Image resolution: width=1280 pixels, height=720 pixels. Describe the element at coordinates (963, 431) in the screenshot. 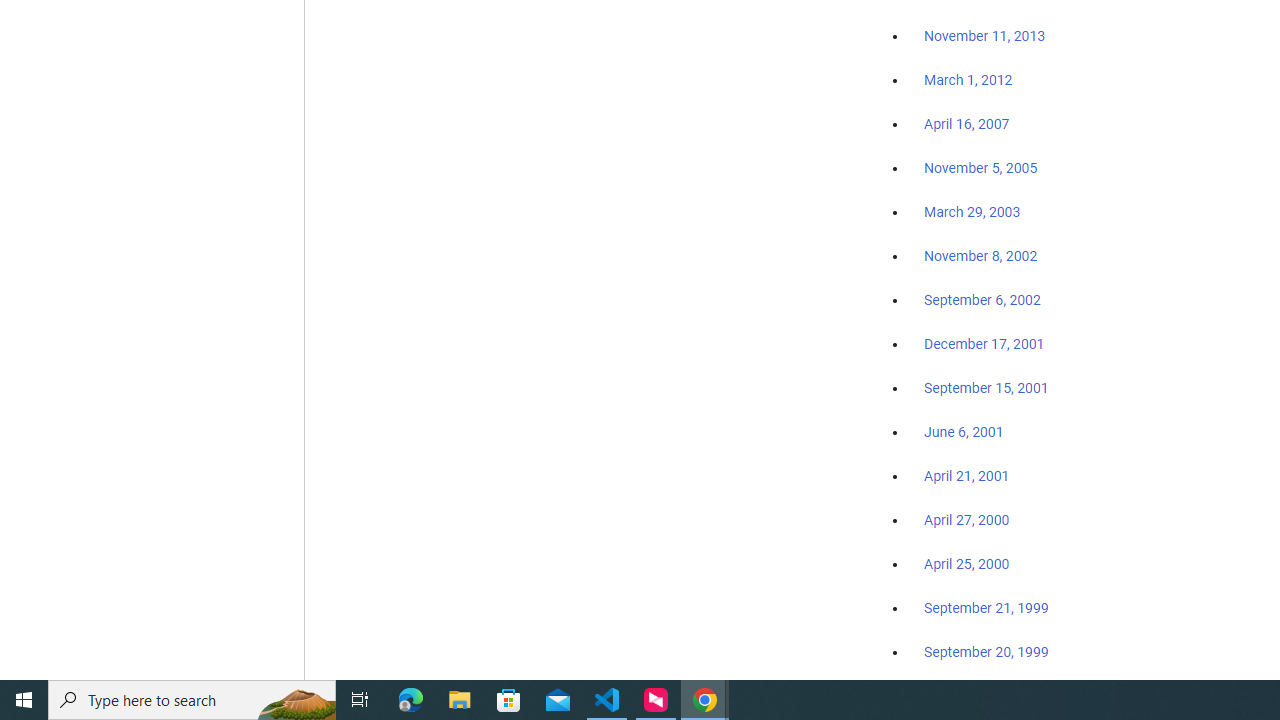

I see `'June 6, 2001'` at that location.